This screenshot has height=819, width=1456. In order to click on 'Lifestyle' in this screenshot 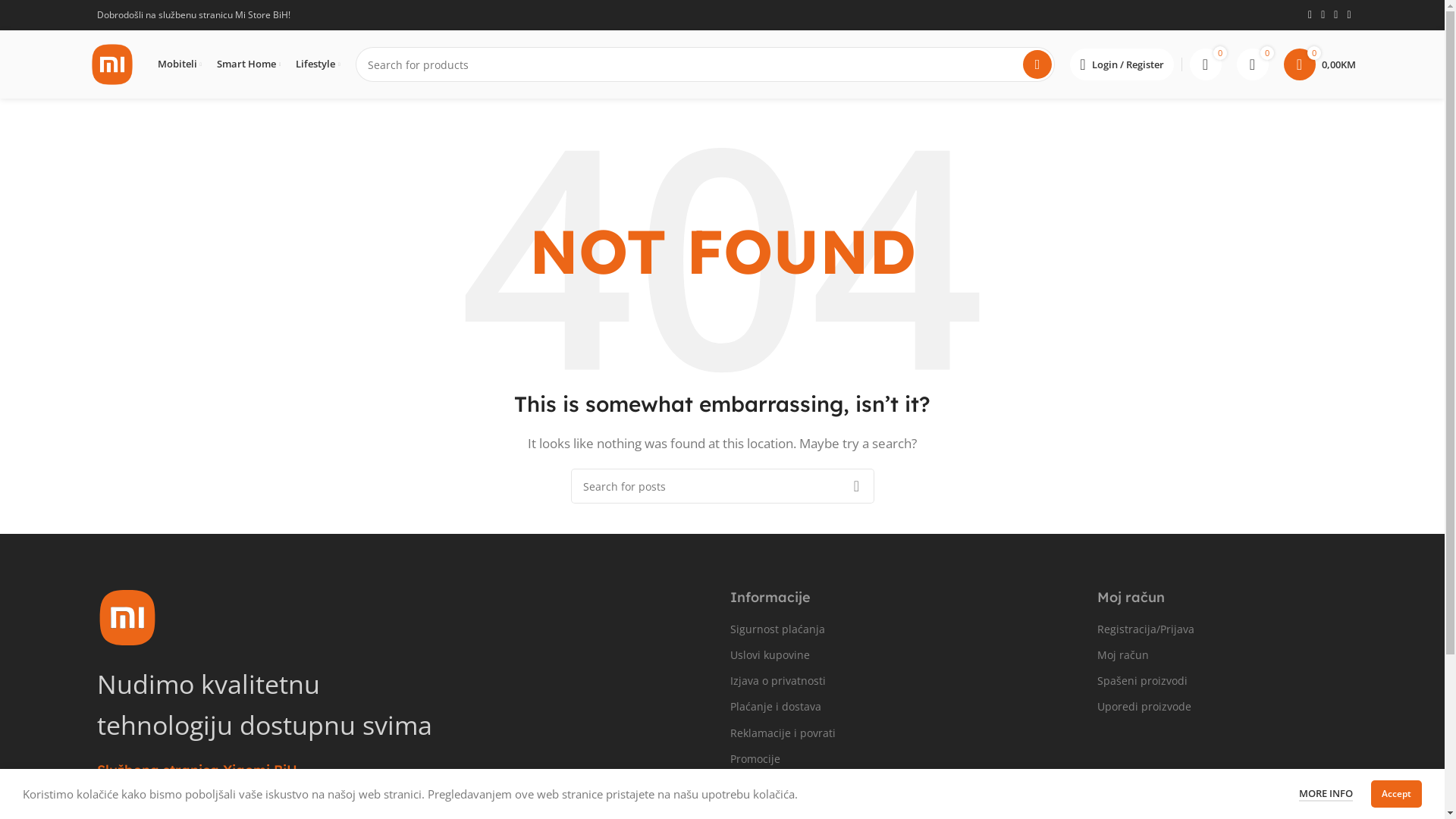, I will do `click(316, 63)`.